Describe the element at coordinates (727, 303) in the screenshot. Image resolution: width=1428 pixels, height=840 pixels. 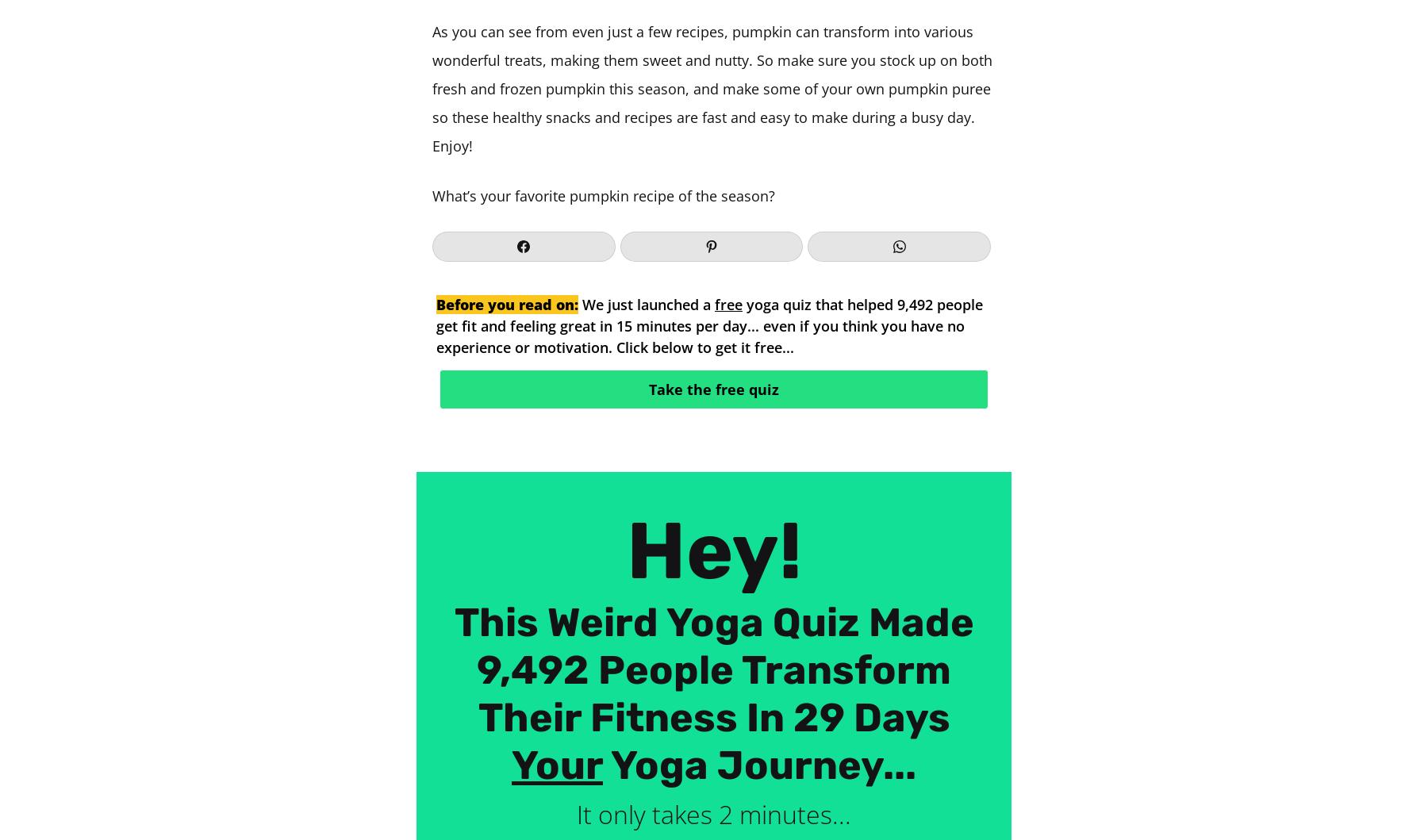
I see `'free'` at that location.